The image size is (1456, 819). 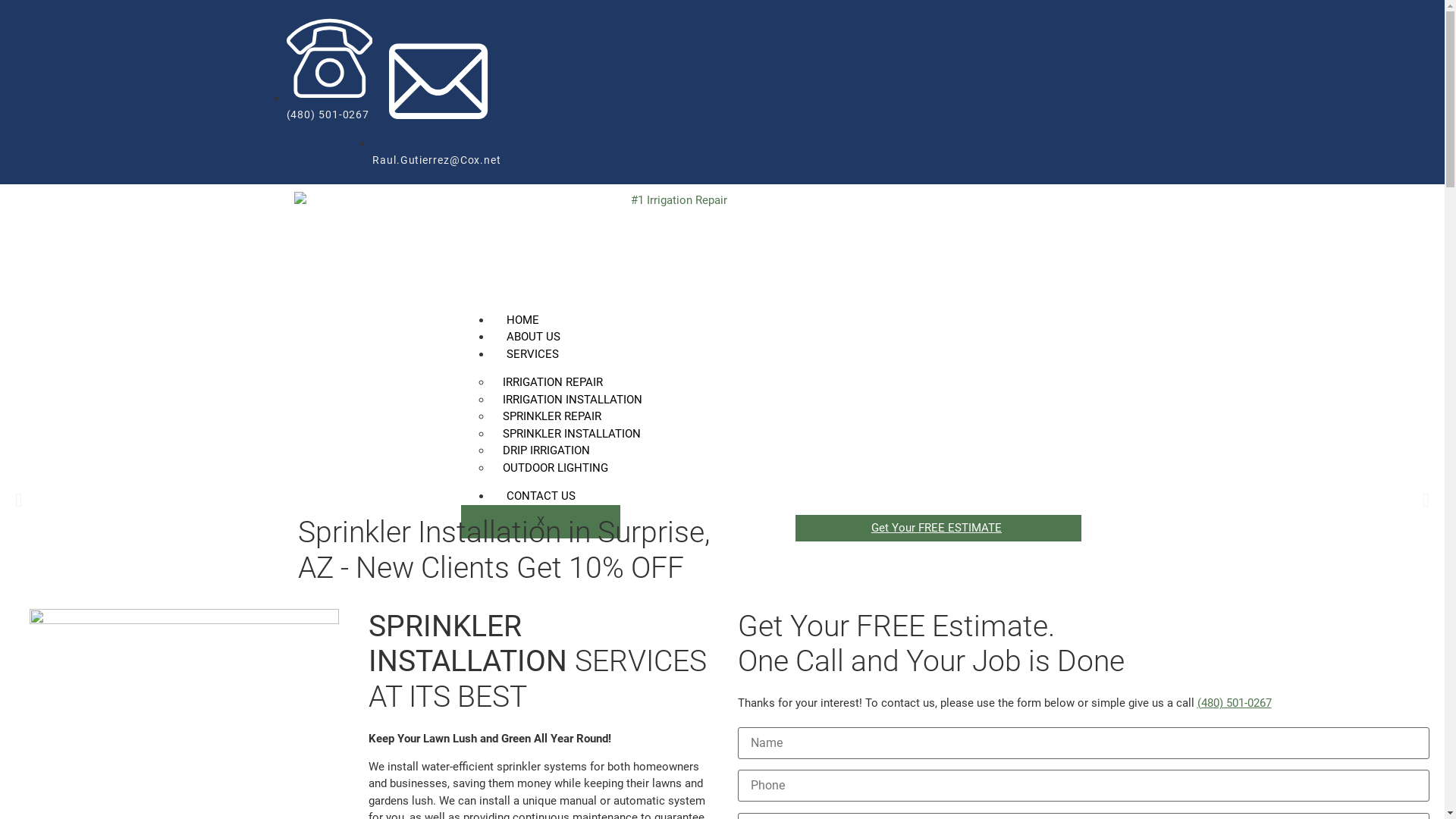 I want to click on 'OUTDOOR LIGHTING', so click(x=554, y=467).